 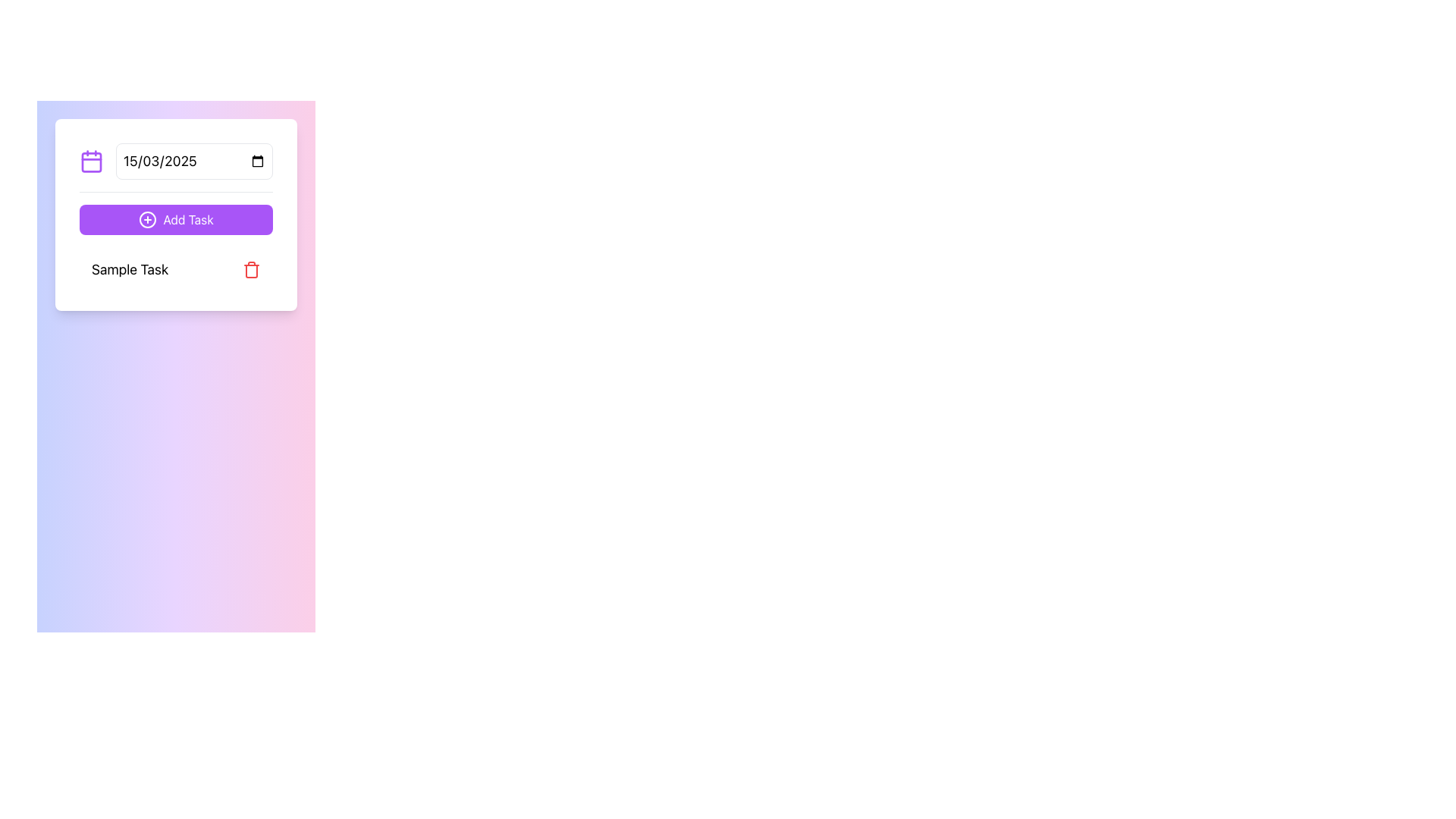 What do you see at coordinates (90, 162) in the screenshot?
I see `the main body of the calendar icon, which is a rectangular shape with rounded corners, filled with purple, centrally located within the SVG icon` at bounding box center [90, 162].